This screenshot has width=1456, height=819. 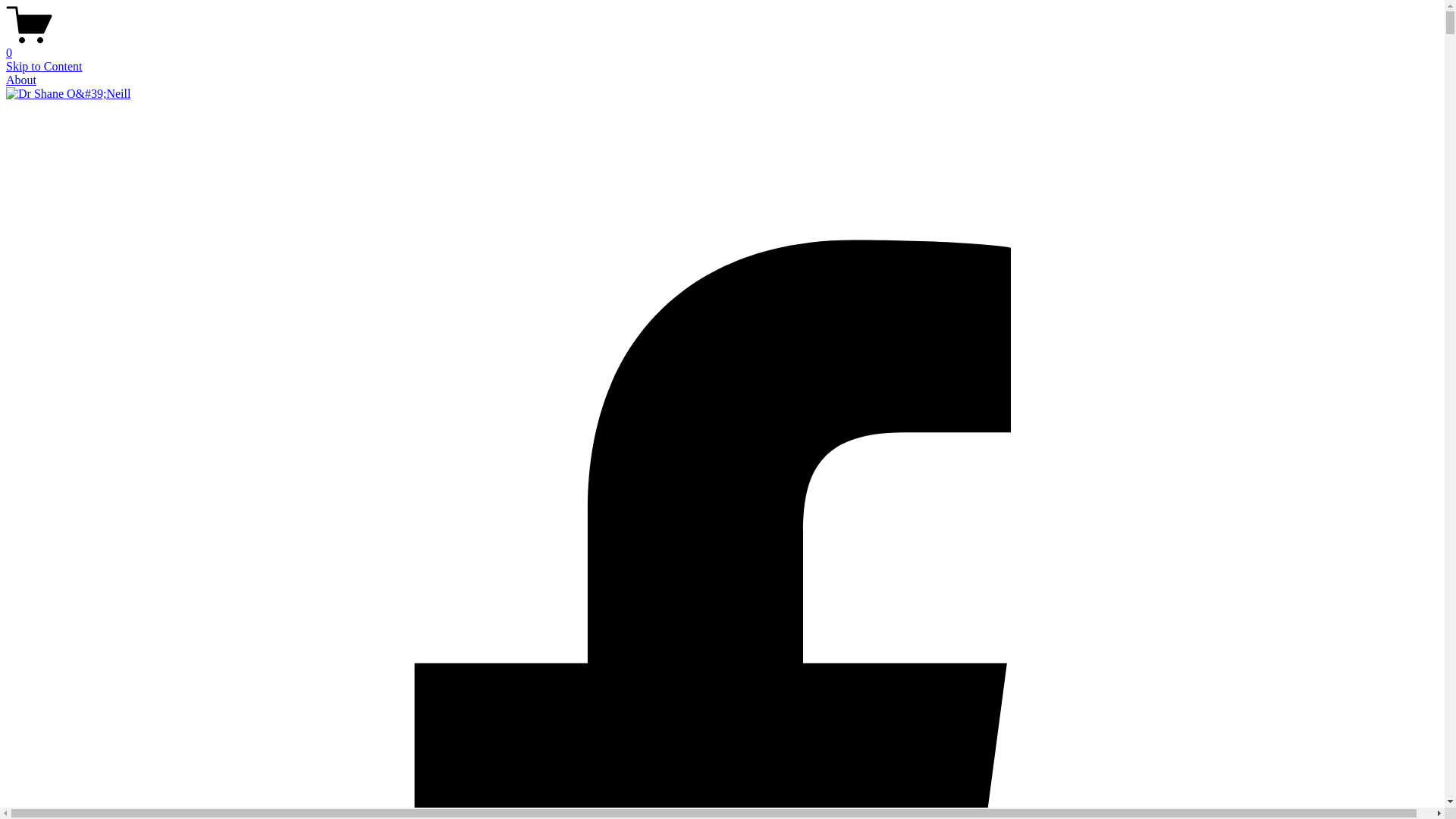 I want to click on '0', so click(x=721, y=45).